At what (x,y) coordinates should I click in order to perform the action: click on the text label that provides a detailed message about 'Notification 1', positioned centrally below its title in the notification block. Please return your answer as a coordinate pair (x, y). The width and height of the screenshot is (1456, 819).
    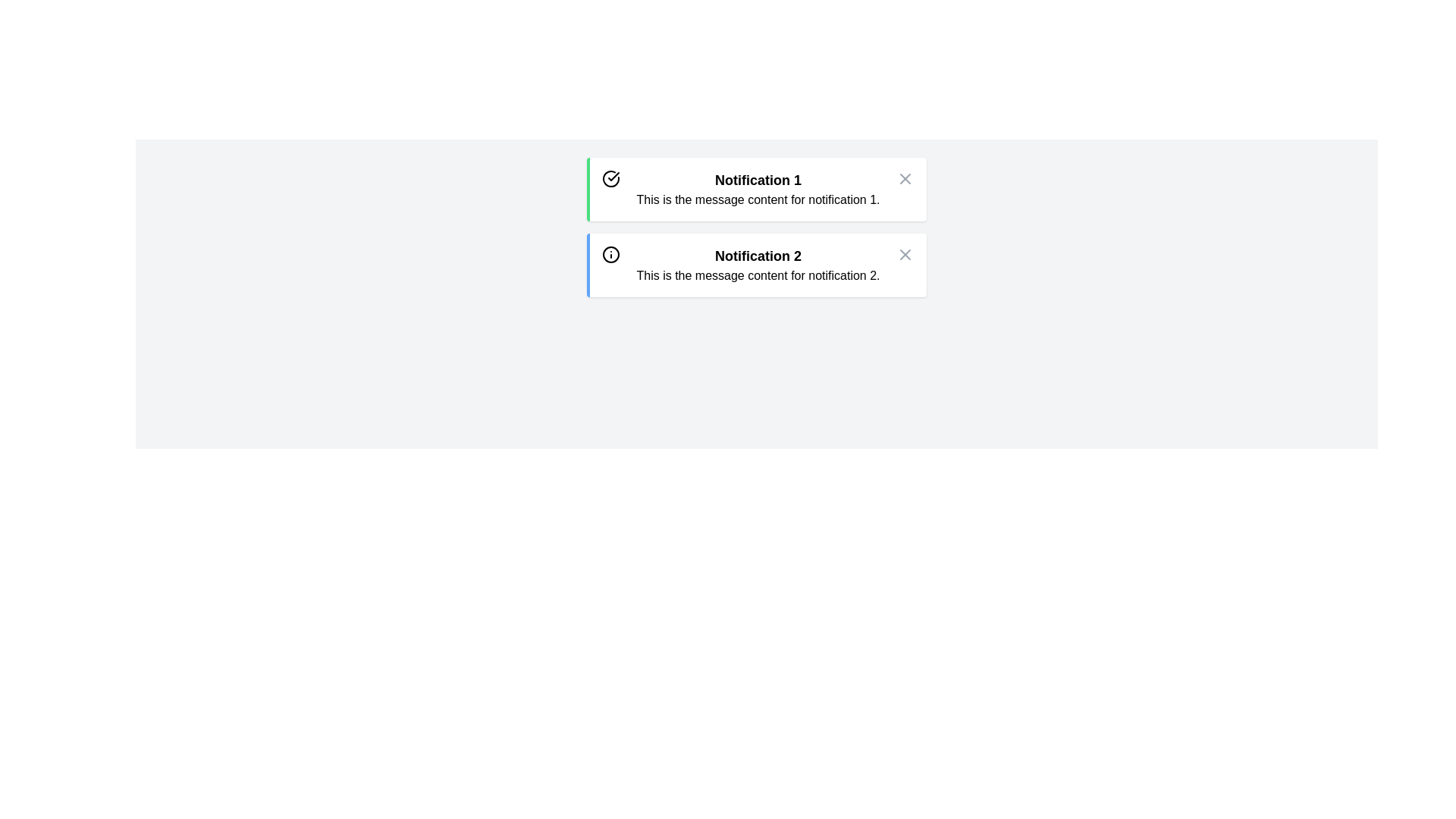
    Looking at the image, I should click on (758, 199).